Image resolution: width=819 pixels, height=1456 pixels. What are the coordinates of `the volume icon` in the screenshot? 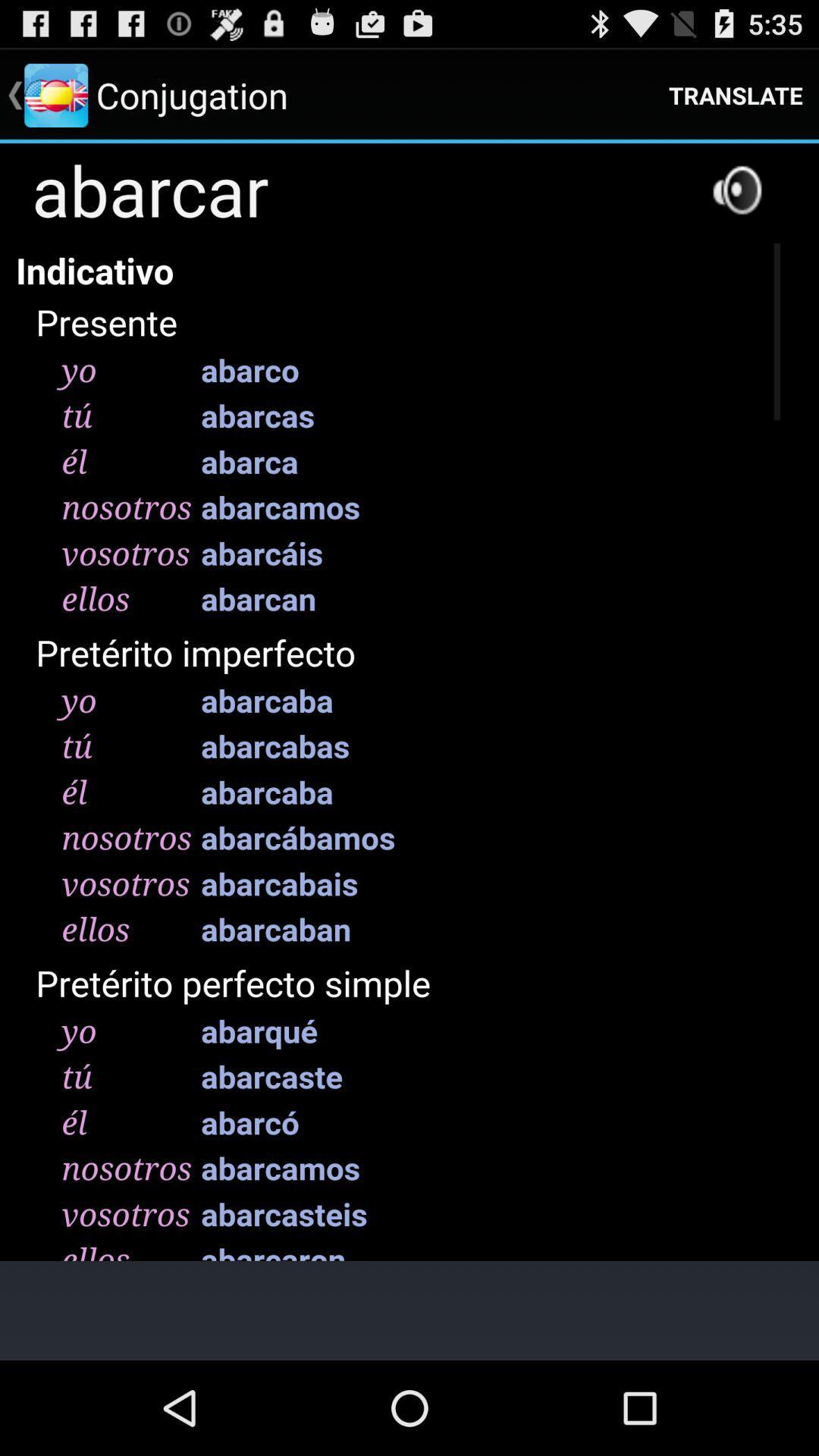 It's located at (736, 202).